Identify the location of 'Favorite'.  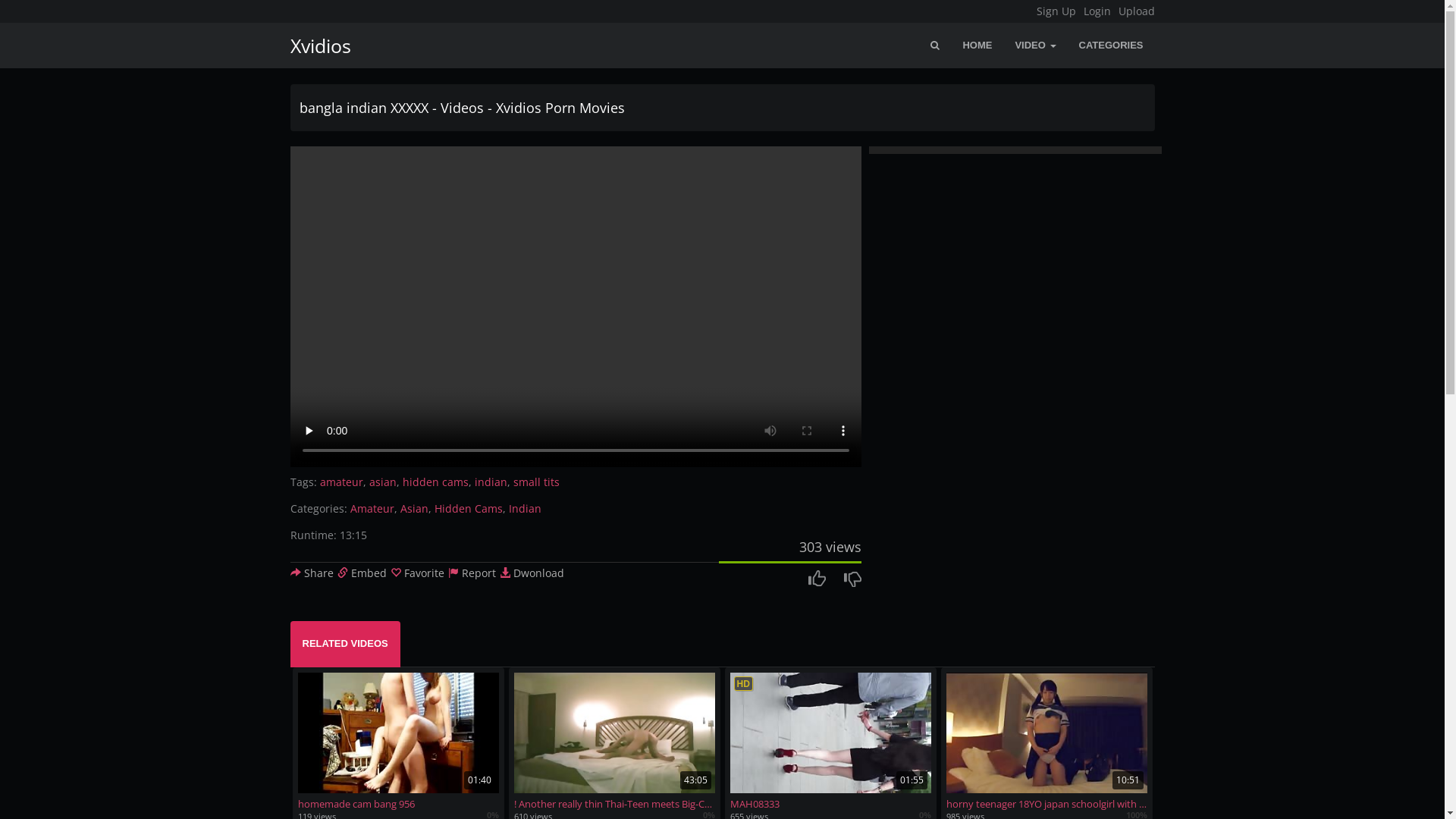
(416, 573).